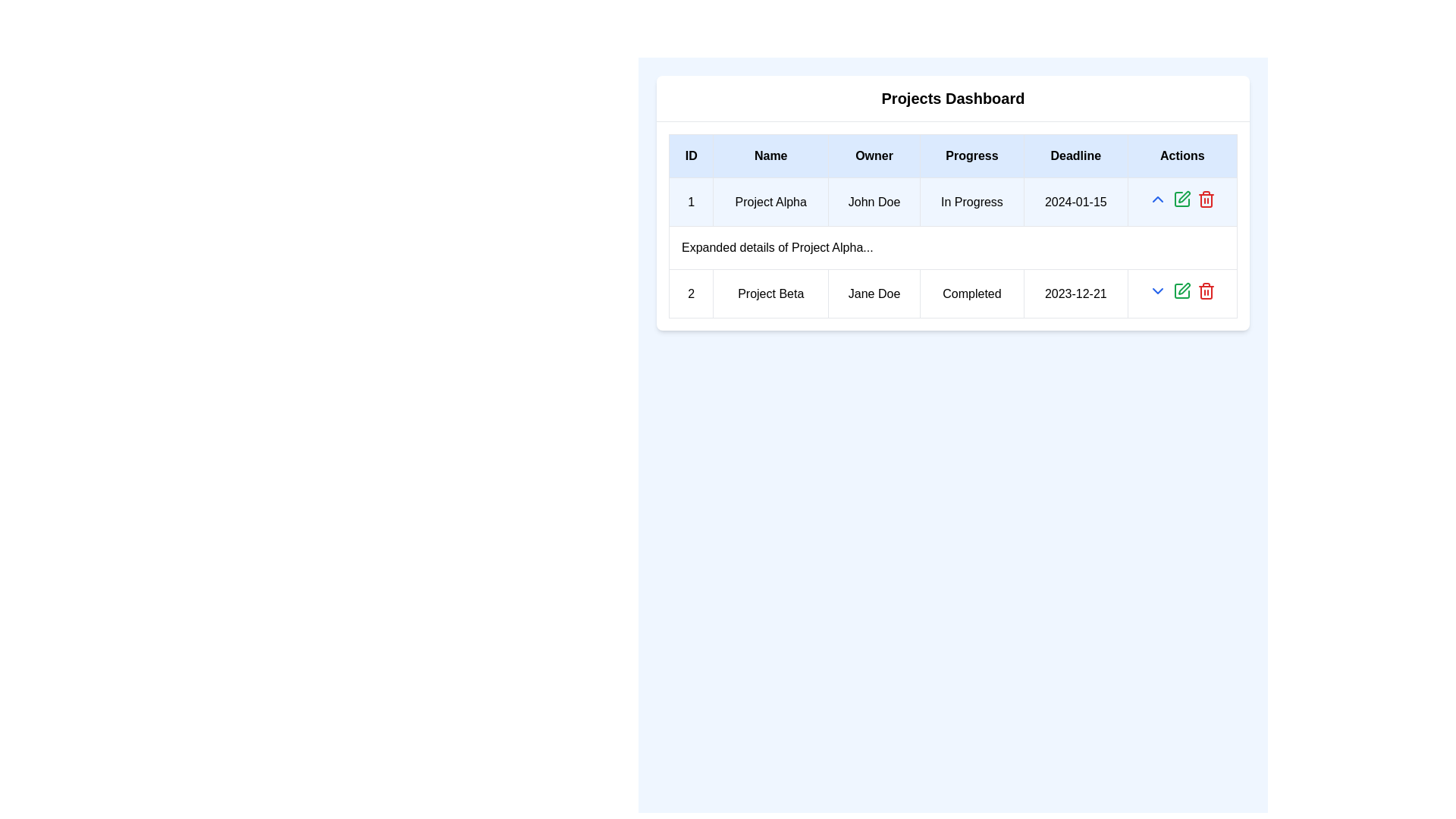 The height and width of the screenshot is (819, 1456). I want to click on the interactive cell labeled 'Actions' in the second row of the feature table, so click(1181, 293).